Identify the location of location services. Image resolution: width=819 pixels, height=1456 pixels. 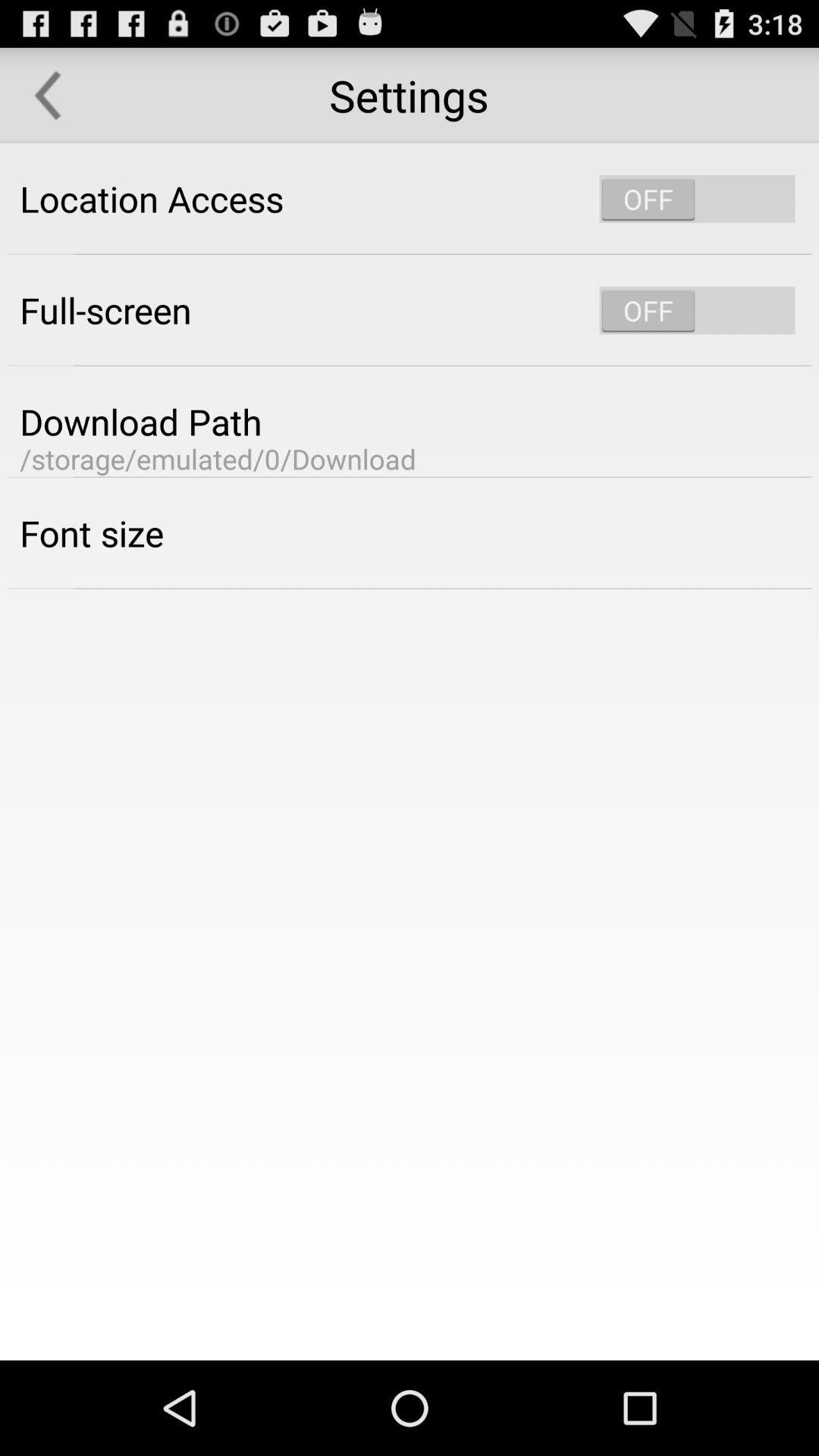
(697, 198).